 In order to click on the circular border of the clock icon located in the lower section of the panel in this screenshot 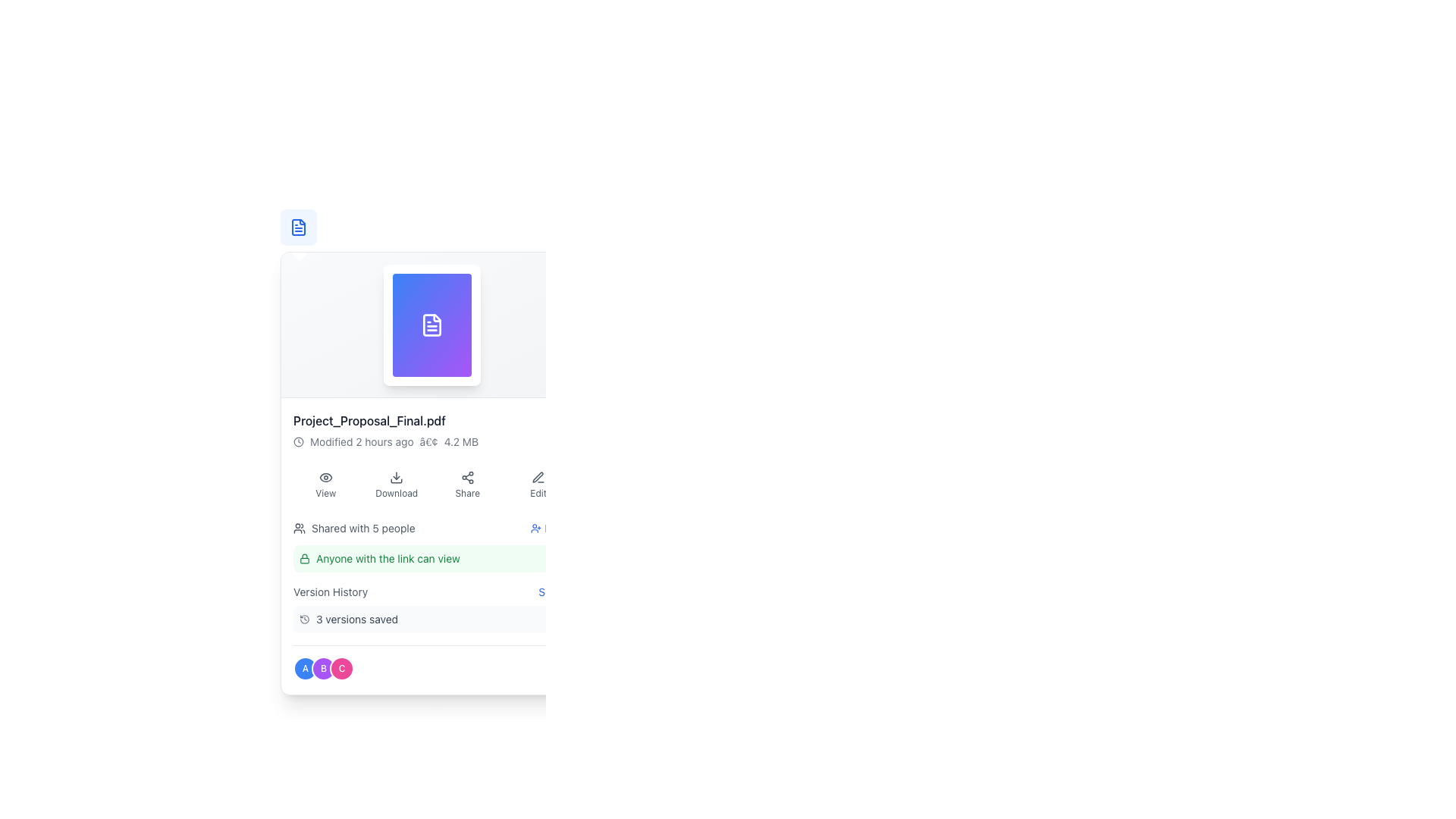, I will do `click(298, 441)`.